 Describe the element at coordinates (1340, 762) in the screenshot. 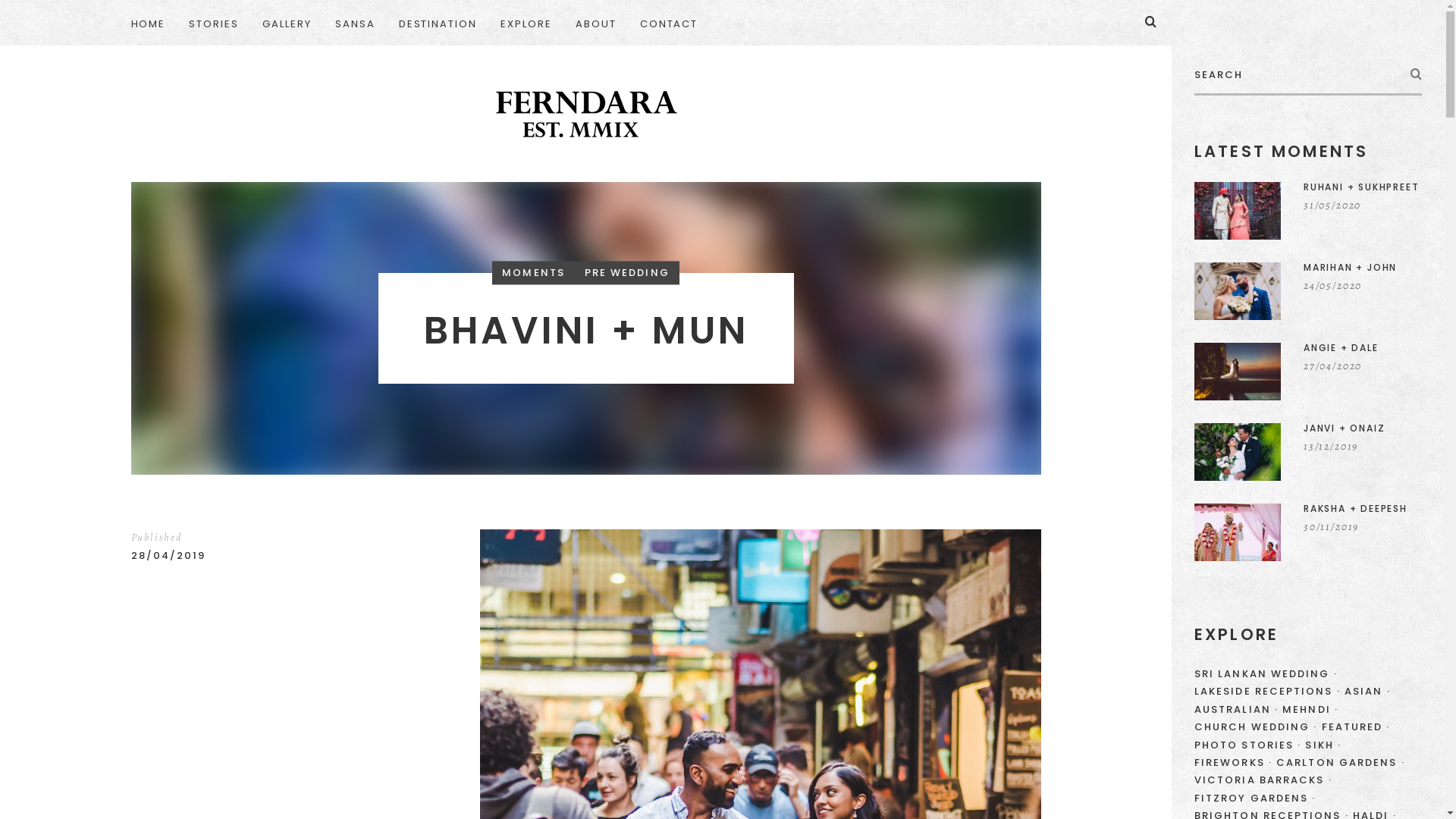

I see `'CARLTON GARDENS'` at that location.